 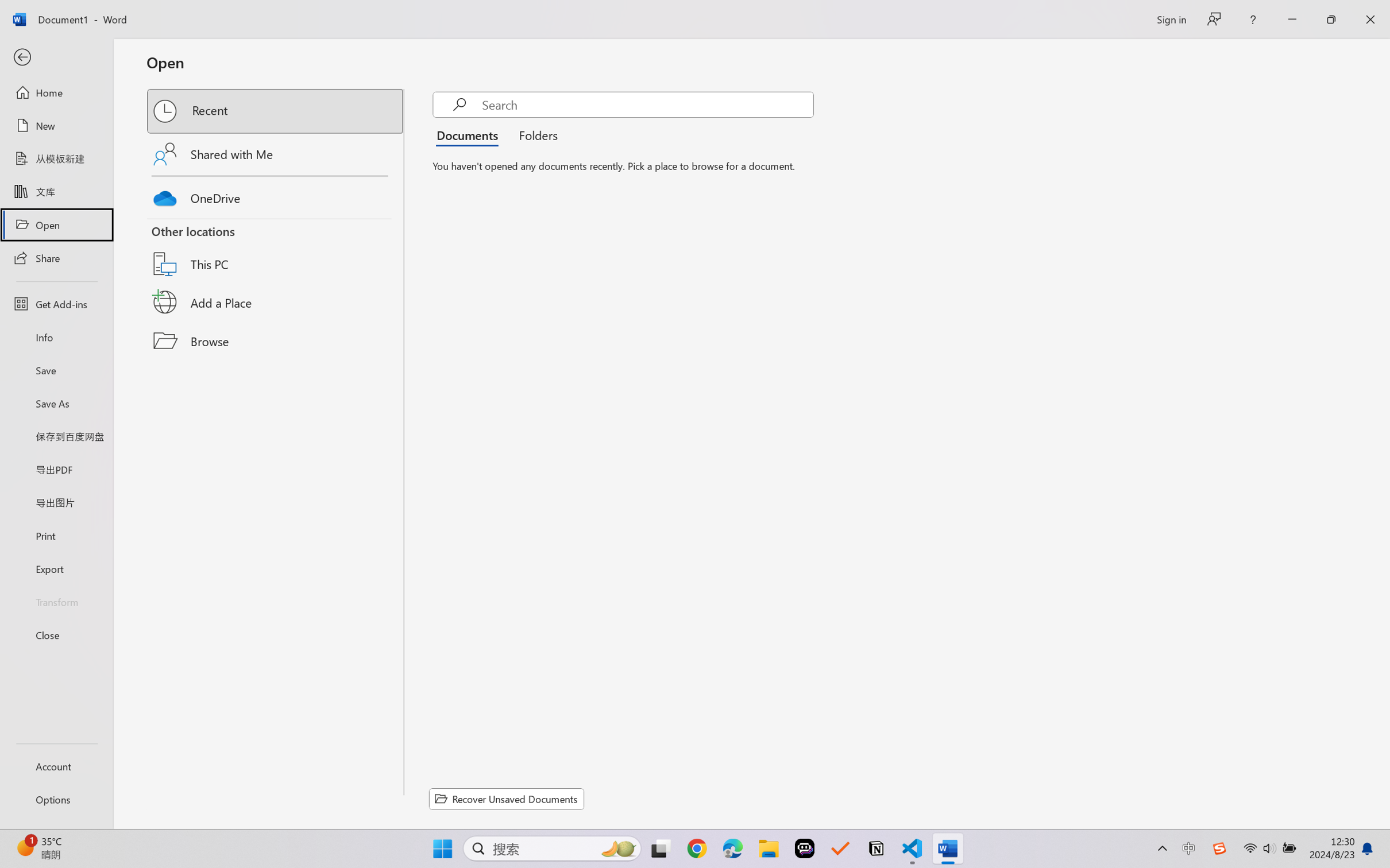 I want to click on 'OneDrive', so click(x=276, y=195).